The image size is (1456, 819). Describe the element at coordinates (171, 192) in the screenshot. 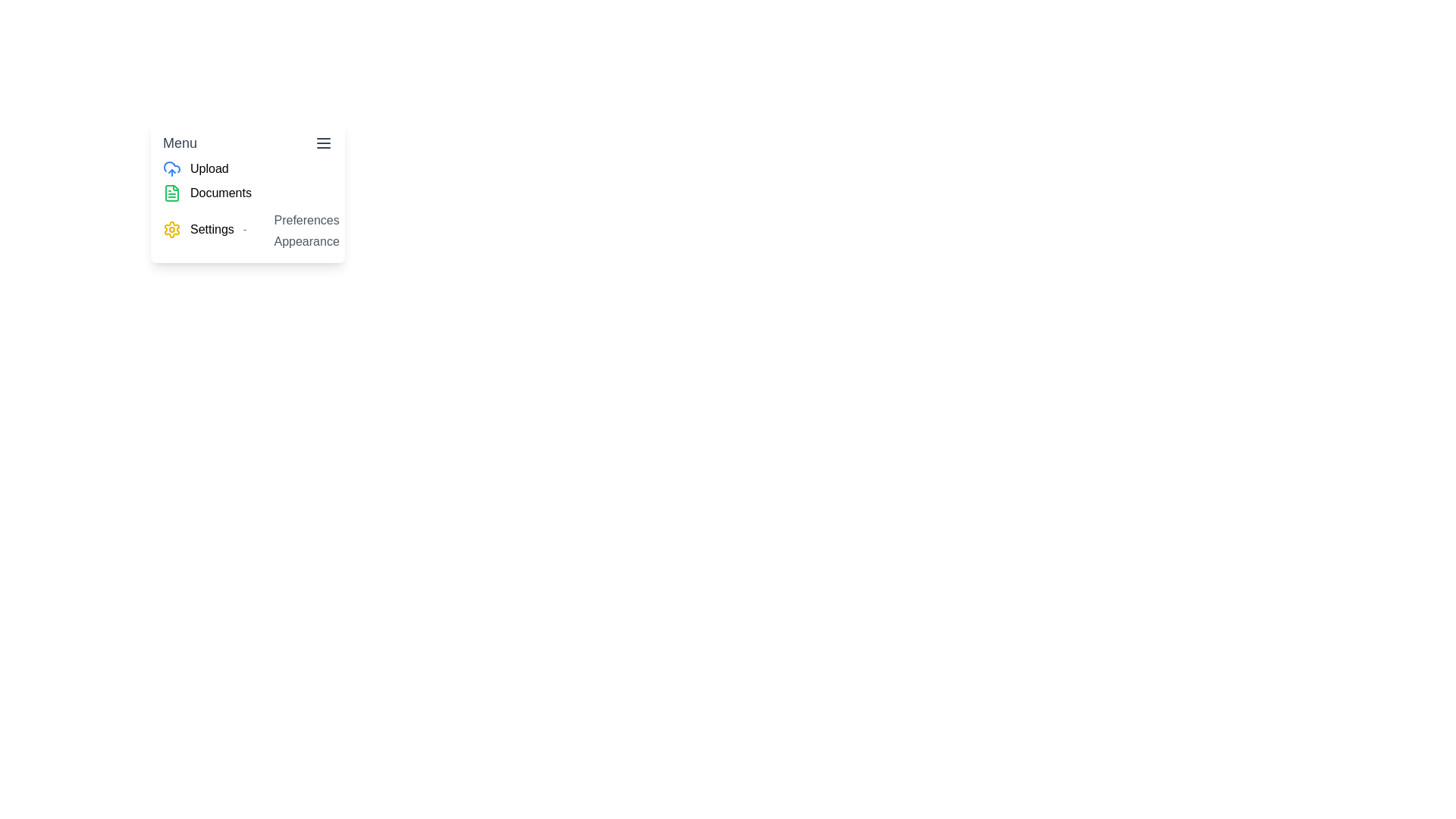

I see `the document icon located in the second row under the 'Documents' label, which visually represents the 'Documents' section of the menu` at that location.